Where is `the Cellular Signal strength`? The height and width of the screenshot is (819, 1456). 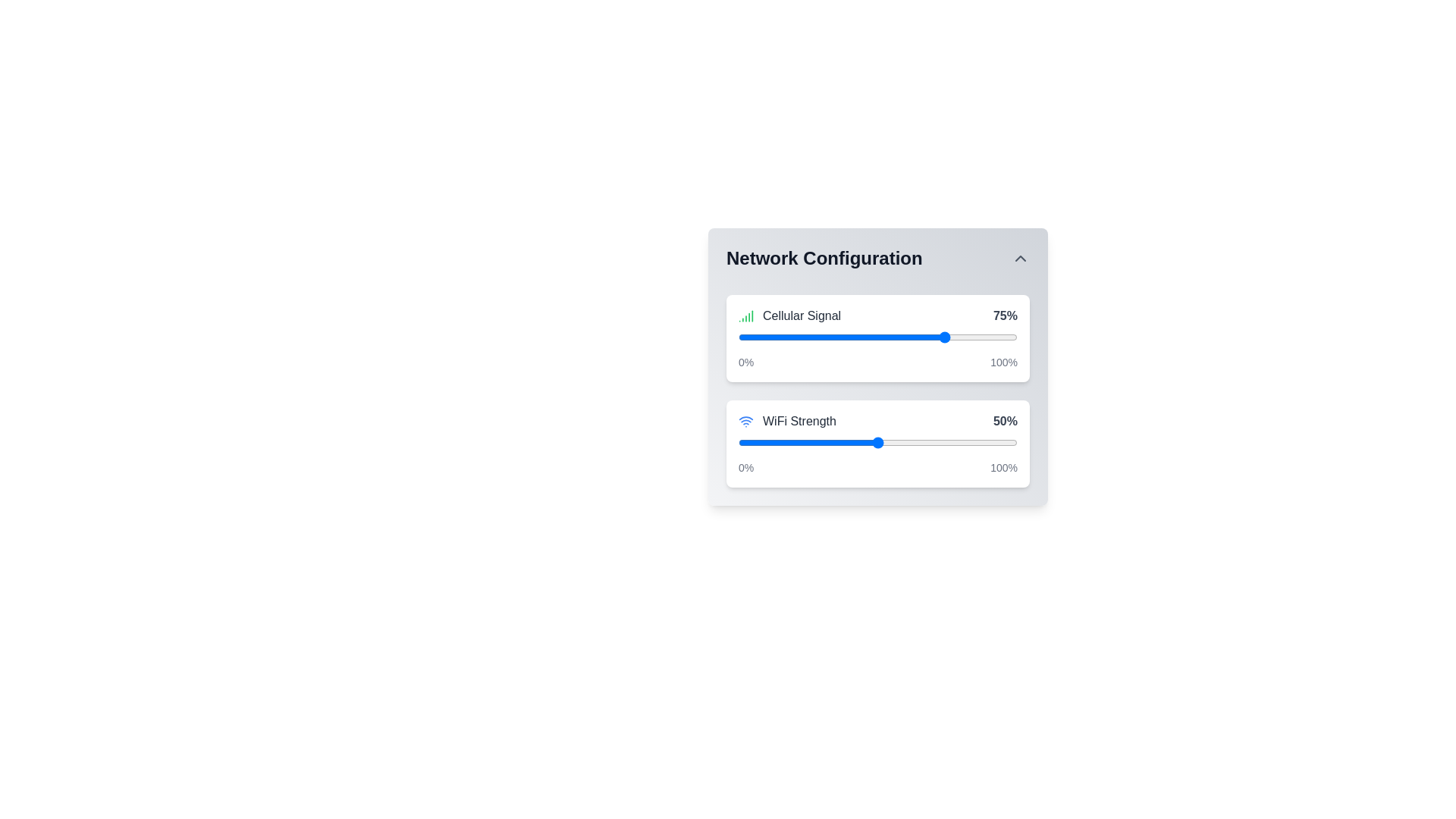
the Cellular Signal strength is located at coordinates (761, 336).